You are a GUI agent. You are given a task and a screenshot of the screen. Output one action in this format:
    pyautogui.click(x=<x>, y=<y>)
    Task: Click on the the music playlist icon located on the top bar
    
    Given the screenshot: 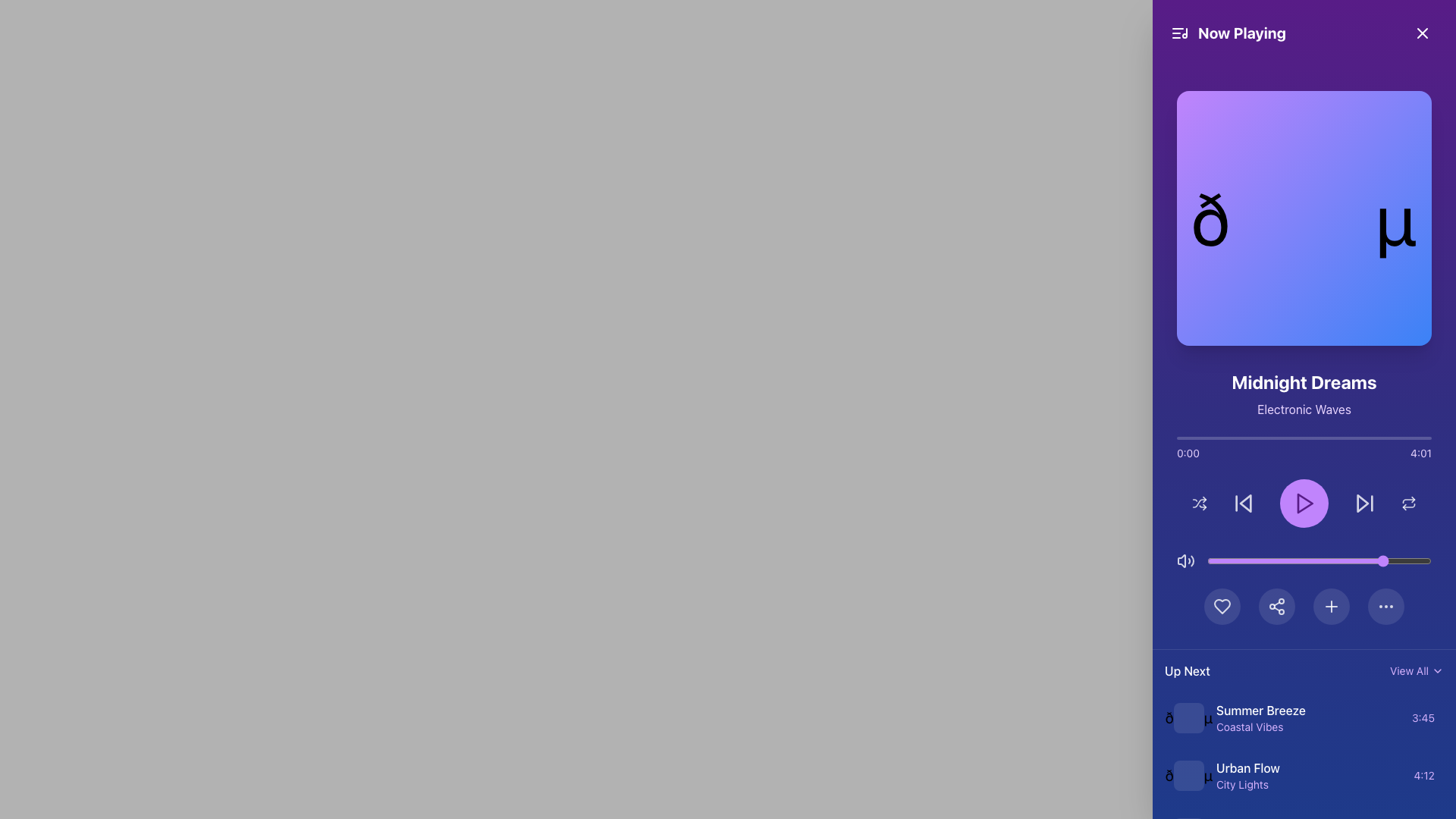 What is the action you would take?
    pyautogui.click(x=1178, y=33)
    